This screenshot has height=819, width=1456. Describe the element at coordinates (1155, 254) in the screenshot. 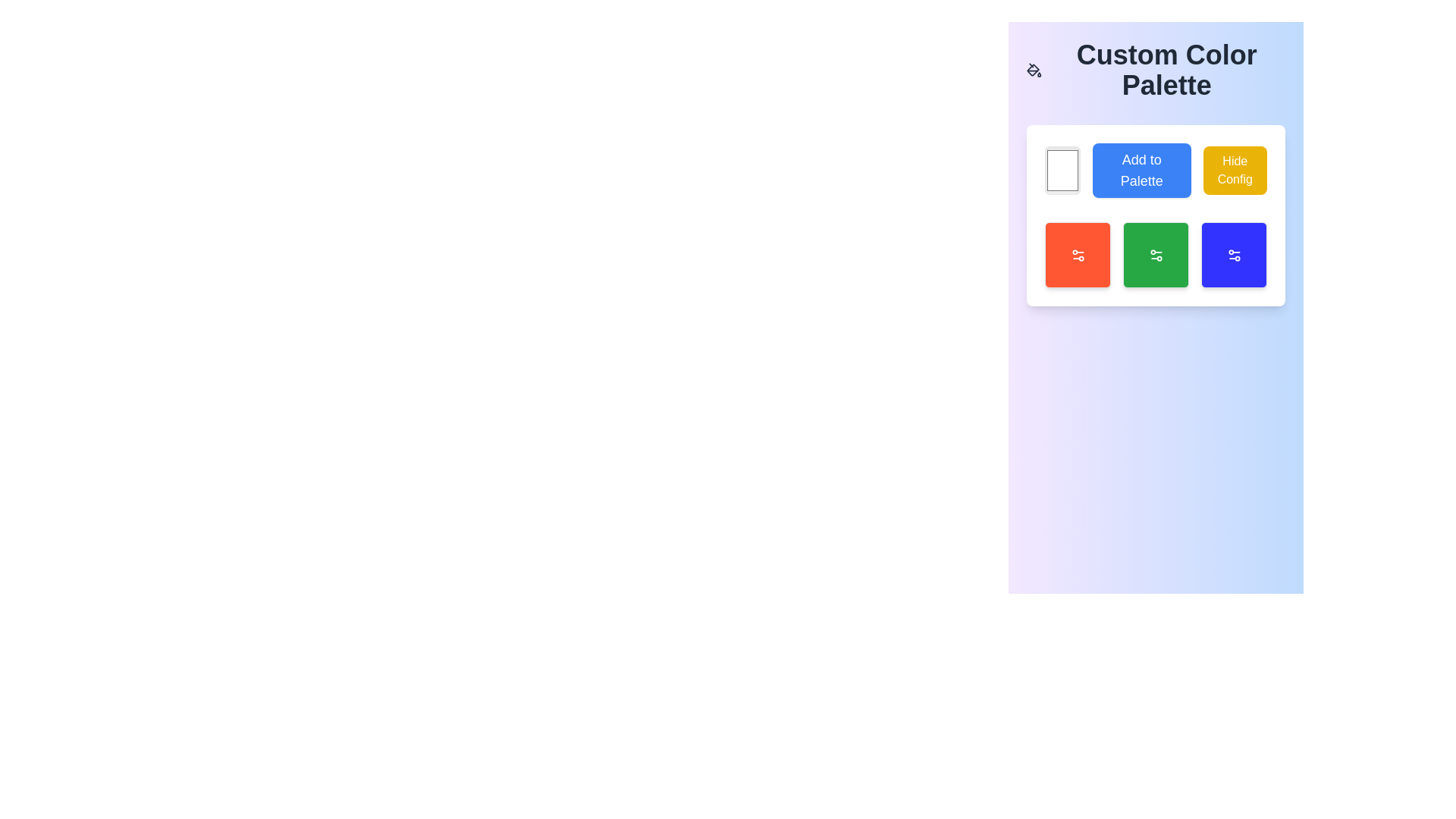

I see `the small green square icon with a settings-like design` at that location.